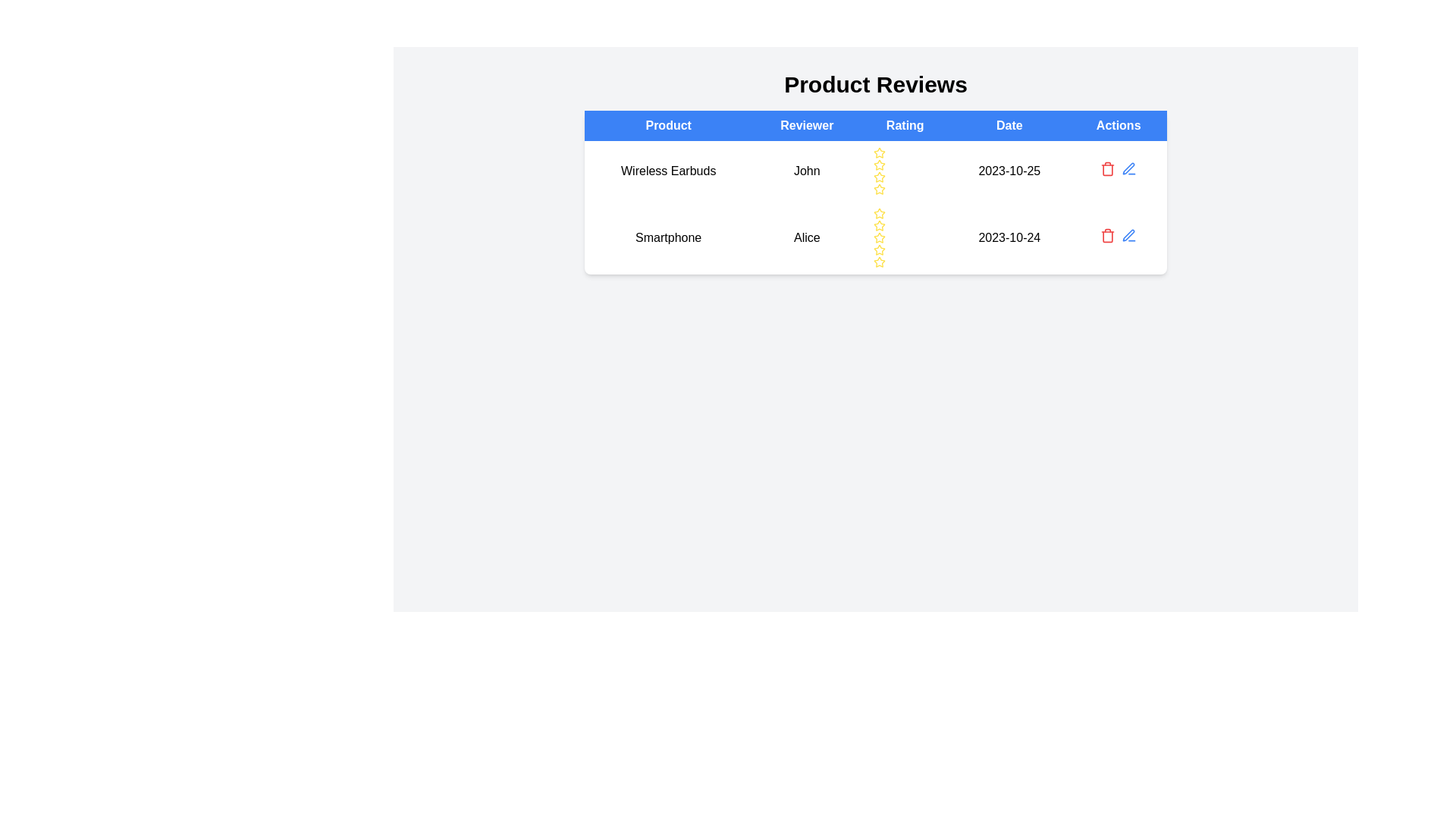 This screenshot has width=1456, height=819. Describe the element at coordinates (1108, 235) in the screenshot. I see `the delete button located in the 'Actions' column of the second row in the product reviews table` at that location.